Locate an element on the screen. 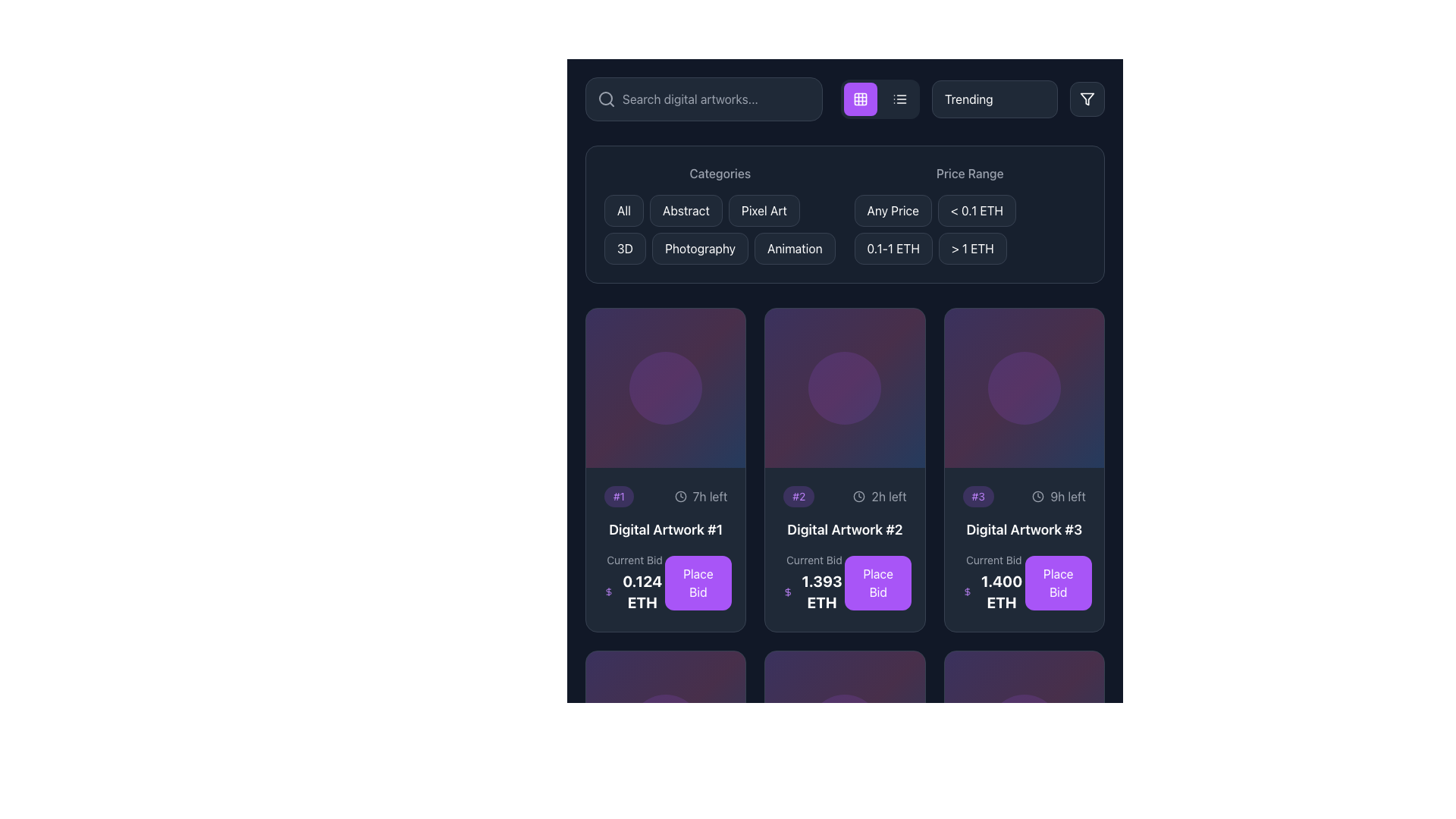 Image resolution: width=1456 pixels, height=819 pixels. displayed information from the 'Current Bid' text label which shows '1.393 ETH' in larger, bold text, located in the center of the card for 'Digital Artwork #2' is located at coordinates (813, 582).